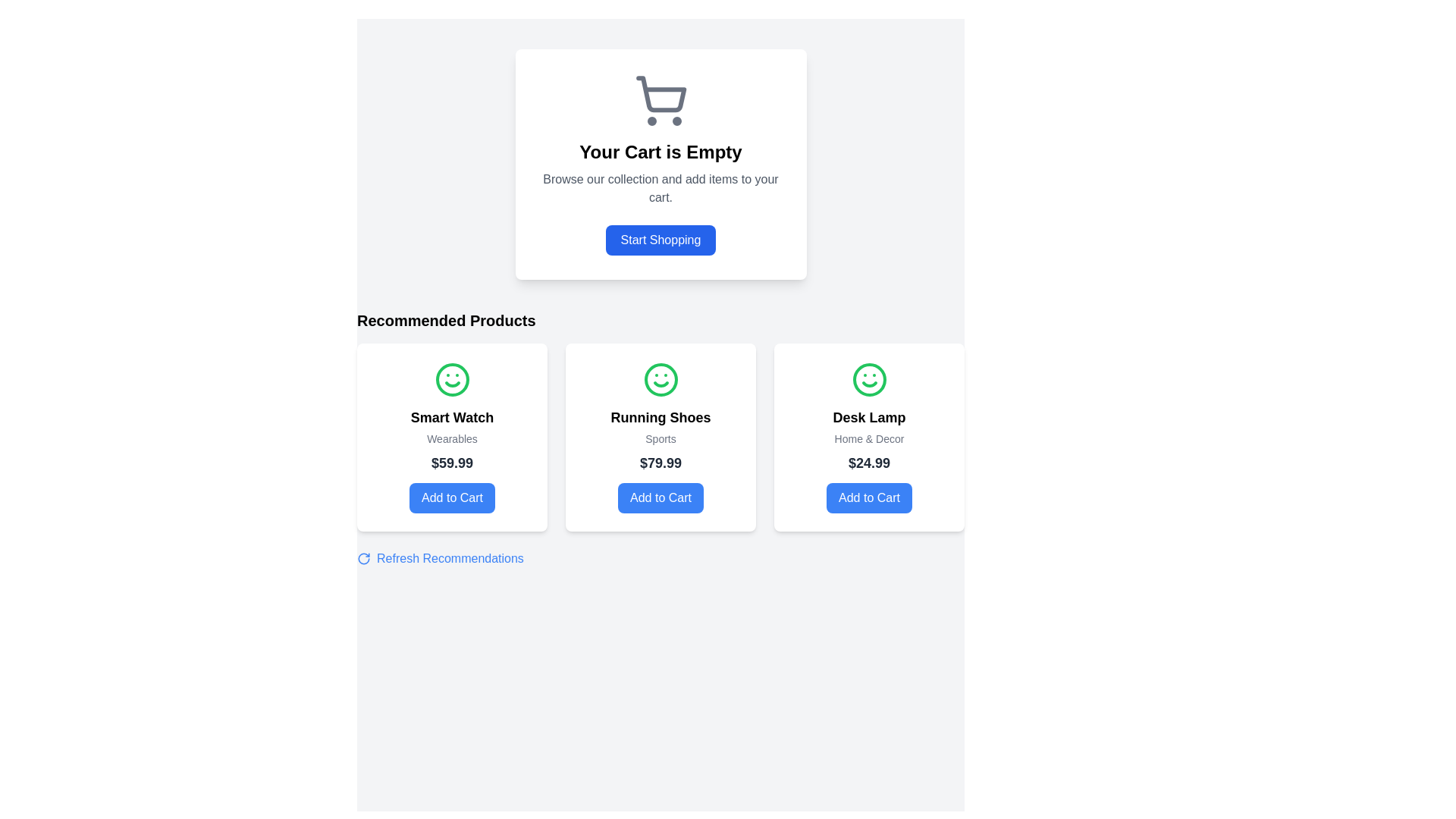  I want to click on the text label displaying 'Sports' which is located under 'Recommended Products' and above the price '$79.99', so click(661, 438).